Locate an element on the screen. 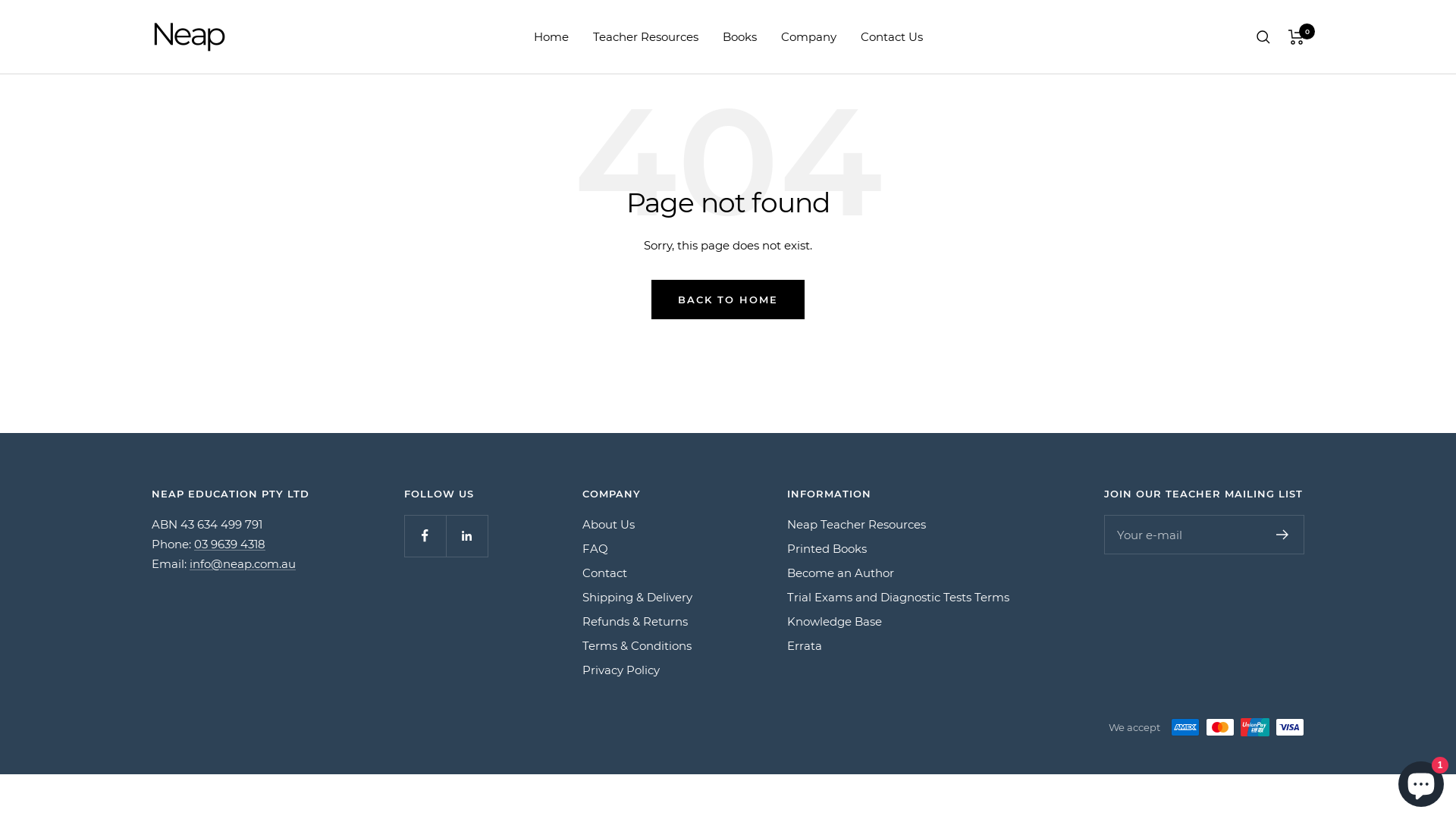 This screenshot has width=1456, height=819. 'Refunds & Returns' is located at coordinates (582, 622).